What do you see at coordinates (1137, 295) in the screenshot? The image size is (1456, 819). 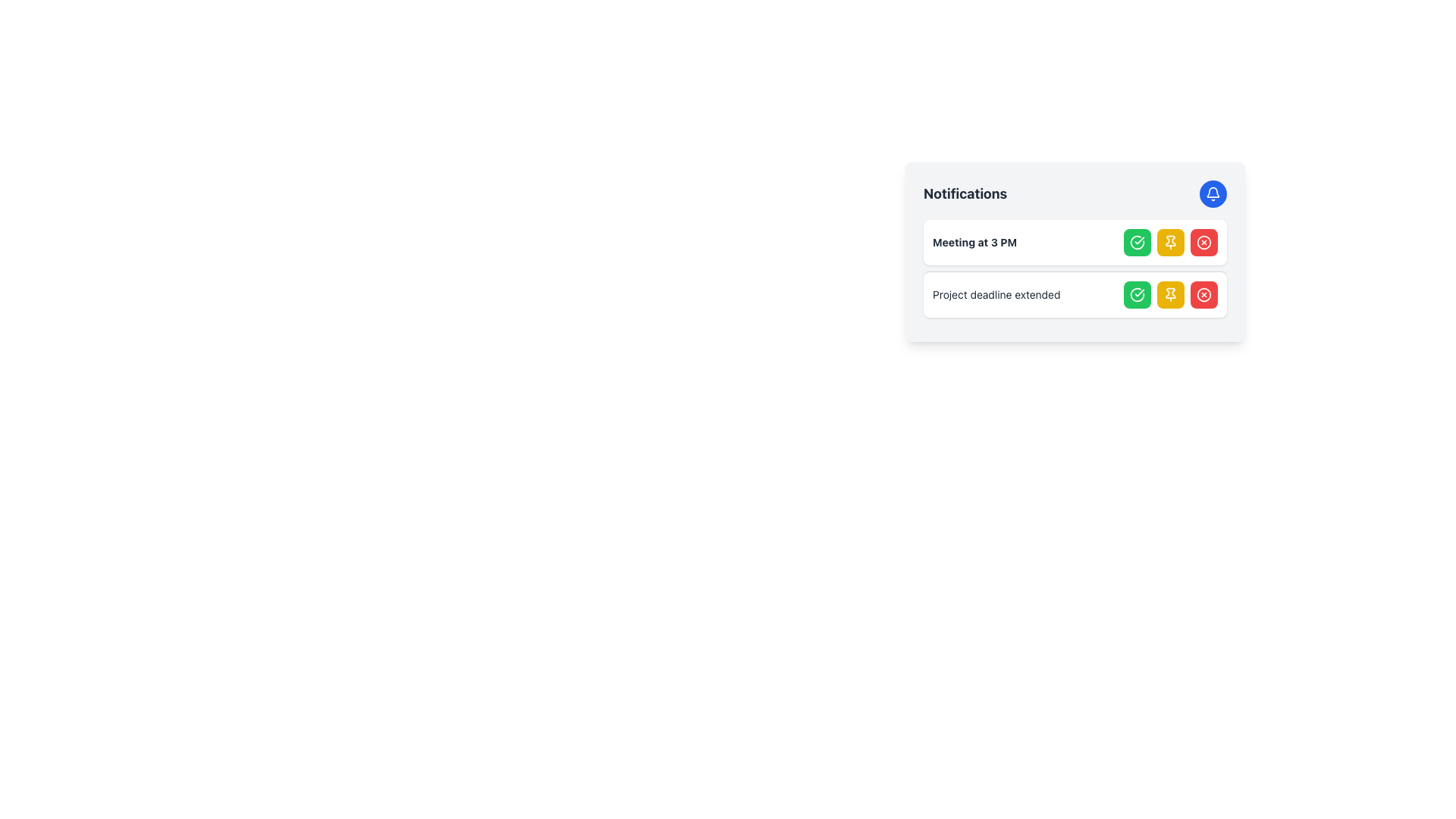 I see `the leftmost icon with a green background in the second notification row labeled 'Project deadline extended', which serves as a confirmation indicator` at bounding box center [1137, 295].